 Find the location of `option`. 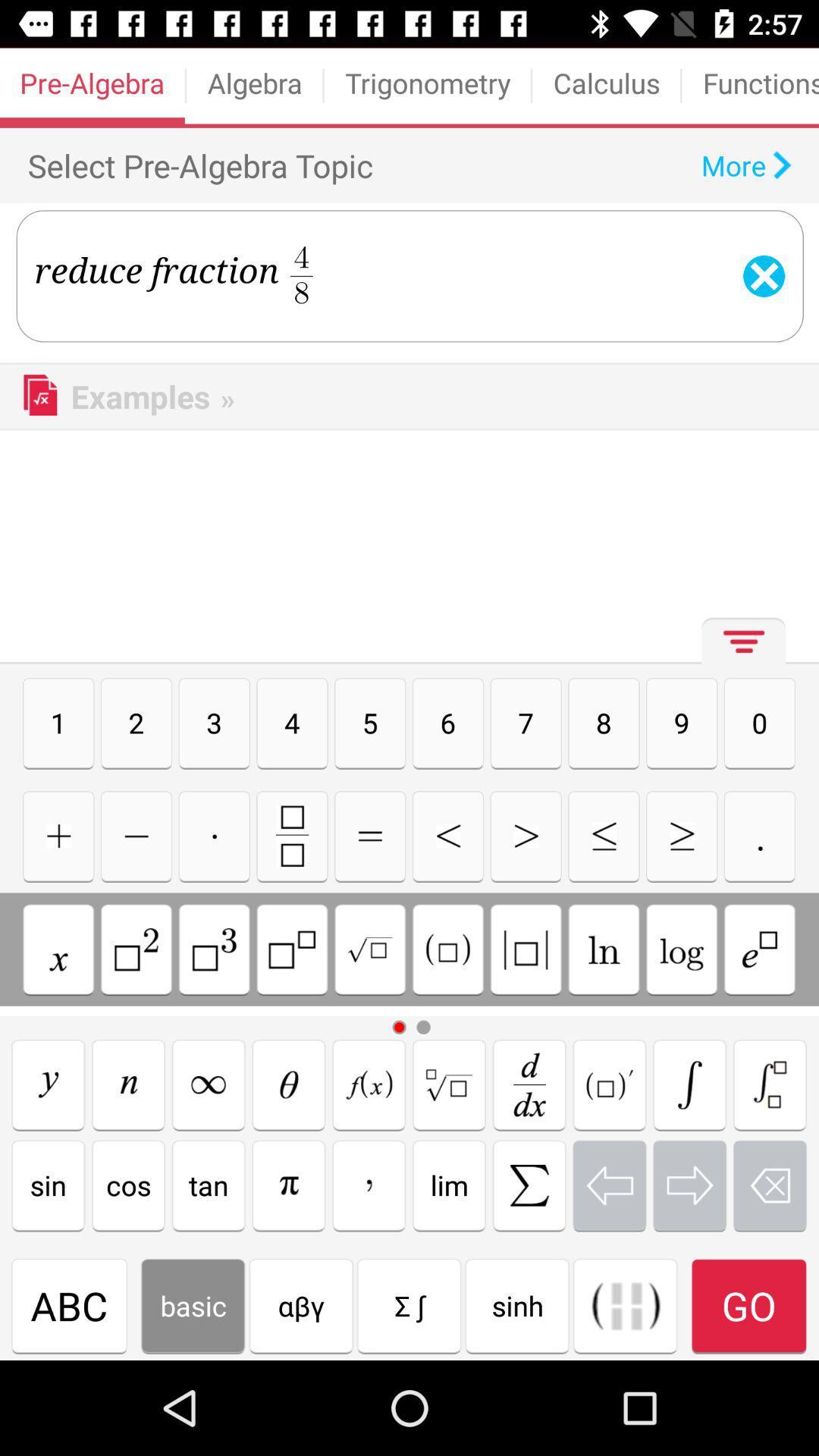

option is located at coordinates (369, 1084).